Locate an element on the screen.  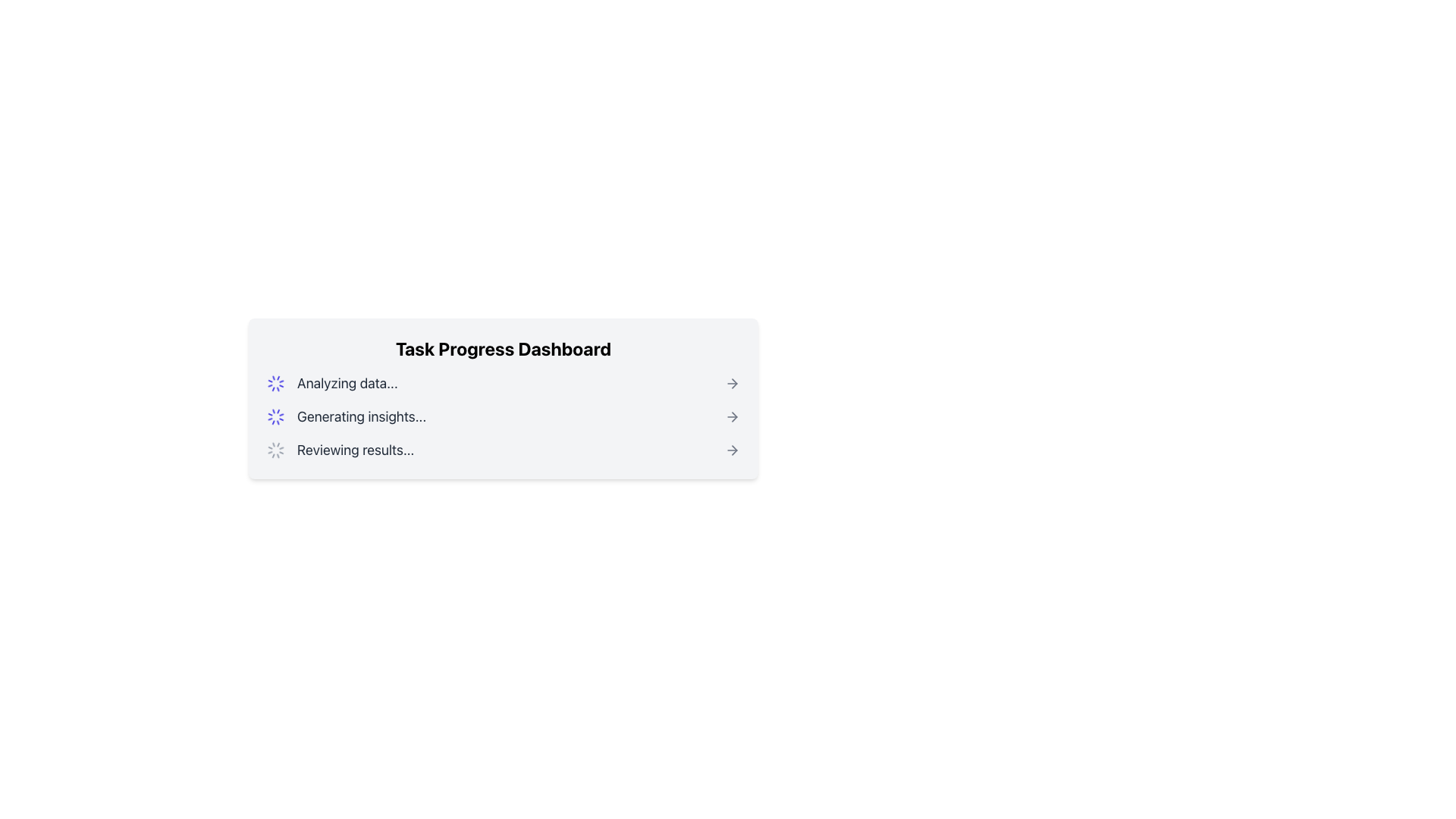
the Text Display element that informs the user of the current status in the 'Task Progress Dashboard', positioned between 'Analyzing data...' and 'Reviewing results...' is located at coordinates (361, 417).